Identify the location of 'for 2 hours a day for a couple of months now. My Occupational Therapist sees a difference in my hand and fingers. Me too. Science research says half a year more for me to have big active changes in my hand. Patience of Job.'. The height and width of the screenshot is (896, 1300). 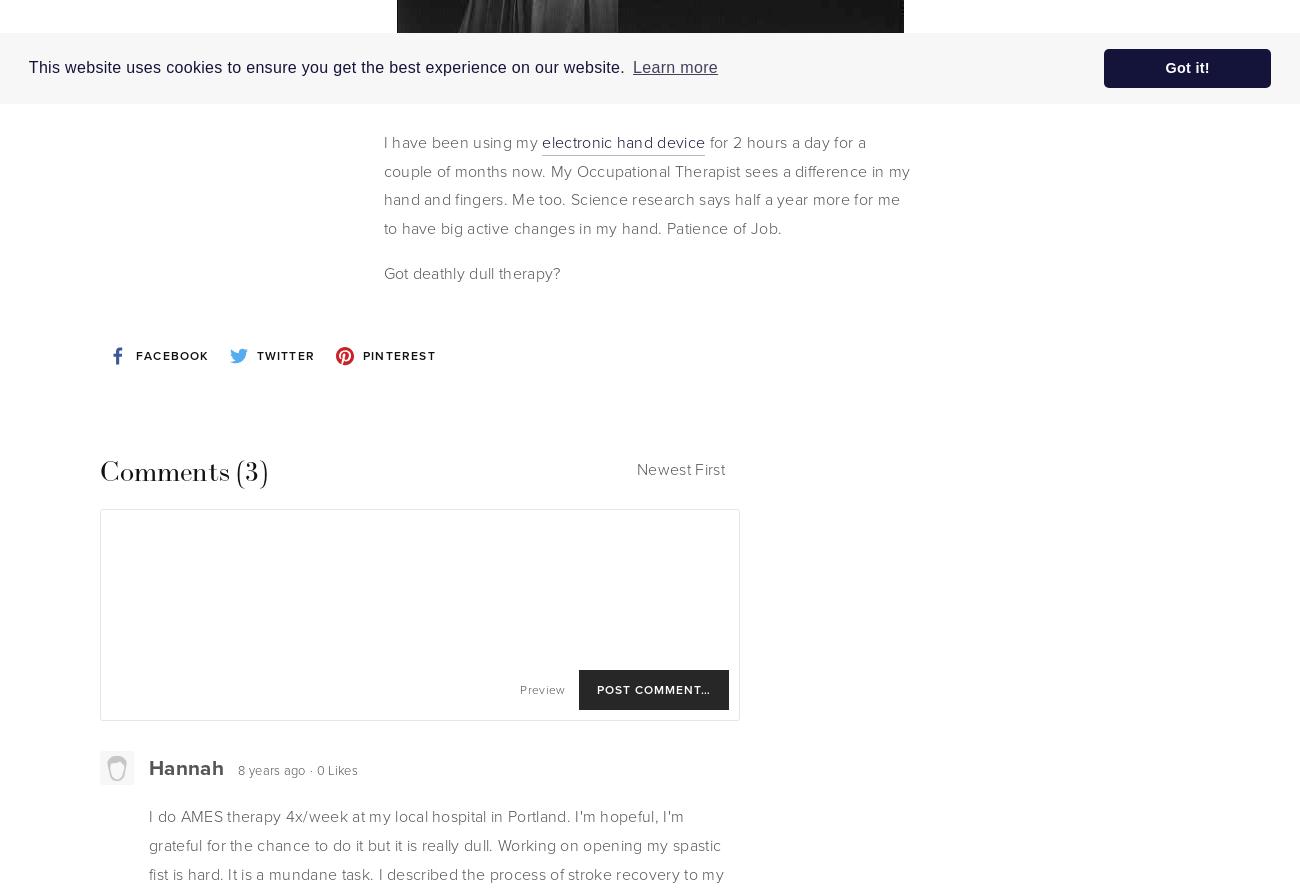
(646, 185).